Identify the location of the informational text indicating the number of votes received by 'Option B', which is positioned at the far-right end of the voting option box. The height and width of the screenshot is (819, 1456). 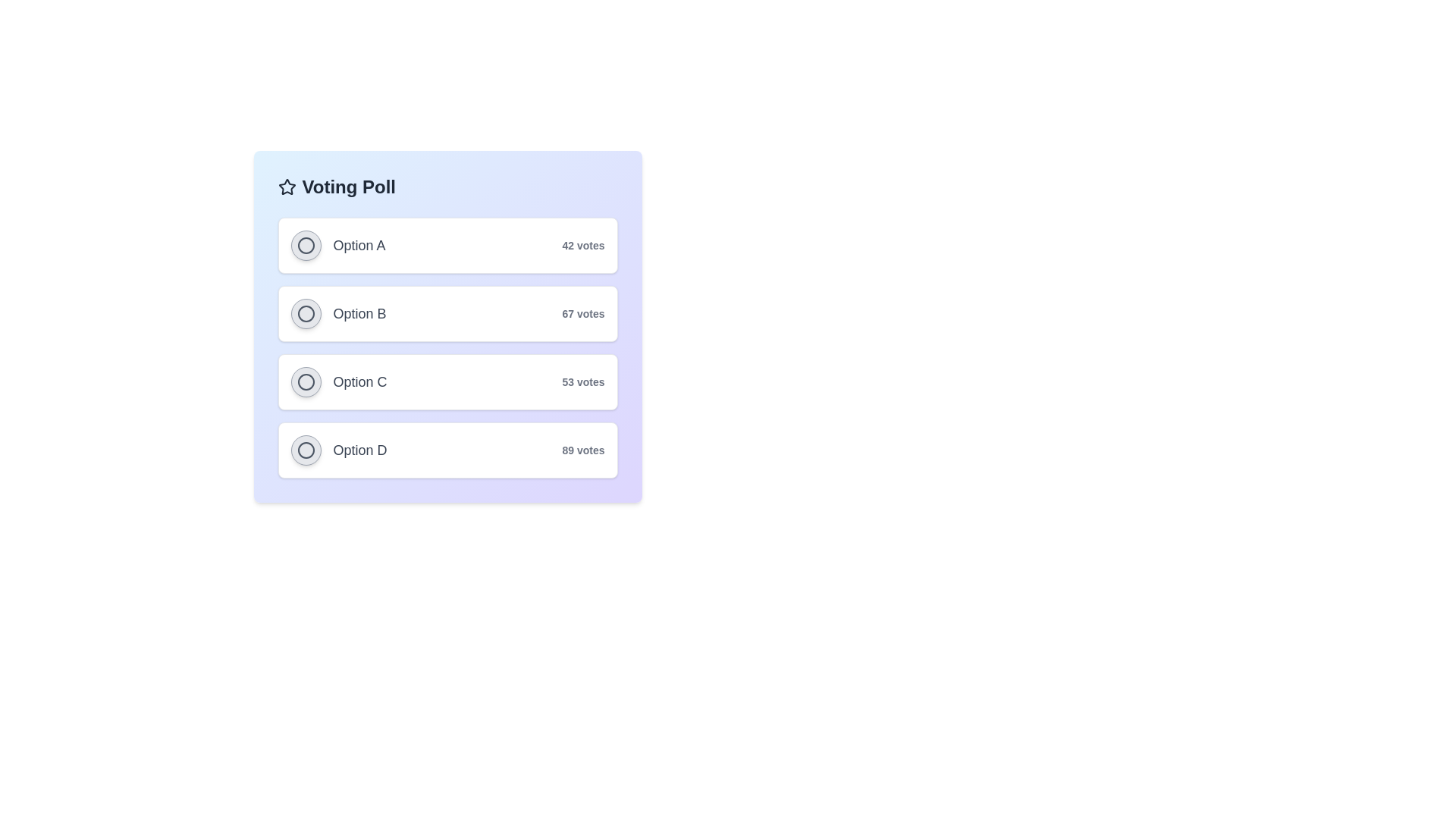
(582, 312).